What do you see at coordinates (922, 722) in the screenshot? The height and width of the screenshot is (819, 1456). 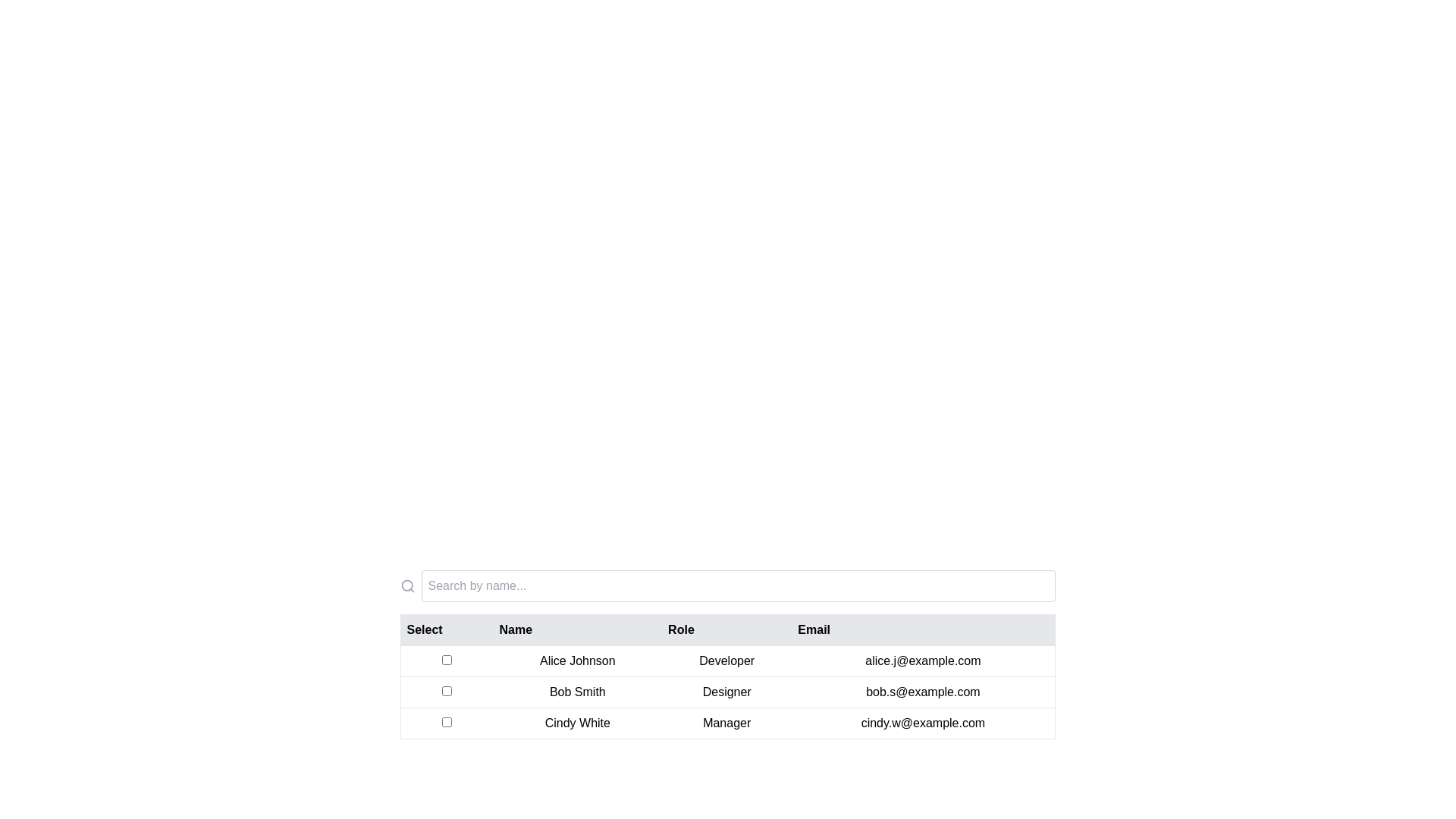 I see `the static text label displaying the email address for 'Cindy White' located in the last row of the table under the 'Email' column to copy the email address` at bounding box center [922, 722].